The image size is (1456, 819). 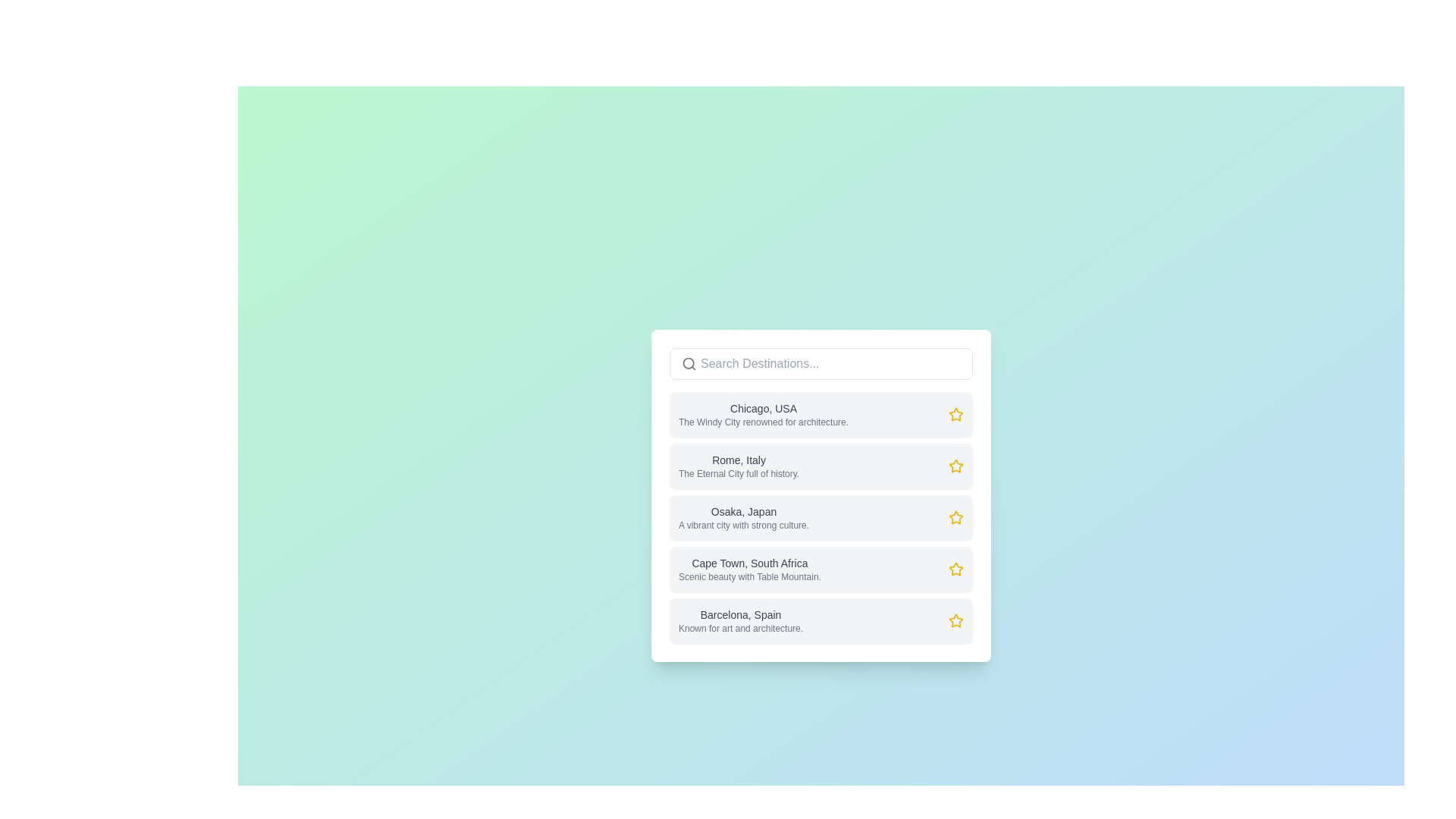 I want to click on the star icon at the end of the list item titled 'Chicago, USA' to favorite the destination, so click(x=955, y=415).